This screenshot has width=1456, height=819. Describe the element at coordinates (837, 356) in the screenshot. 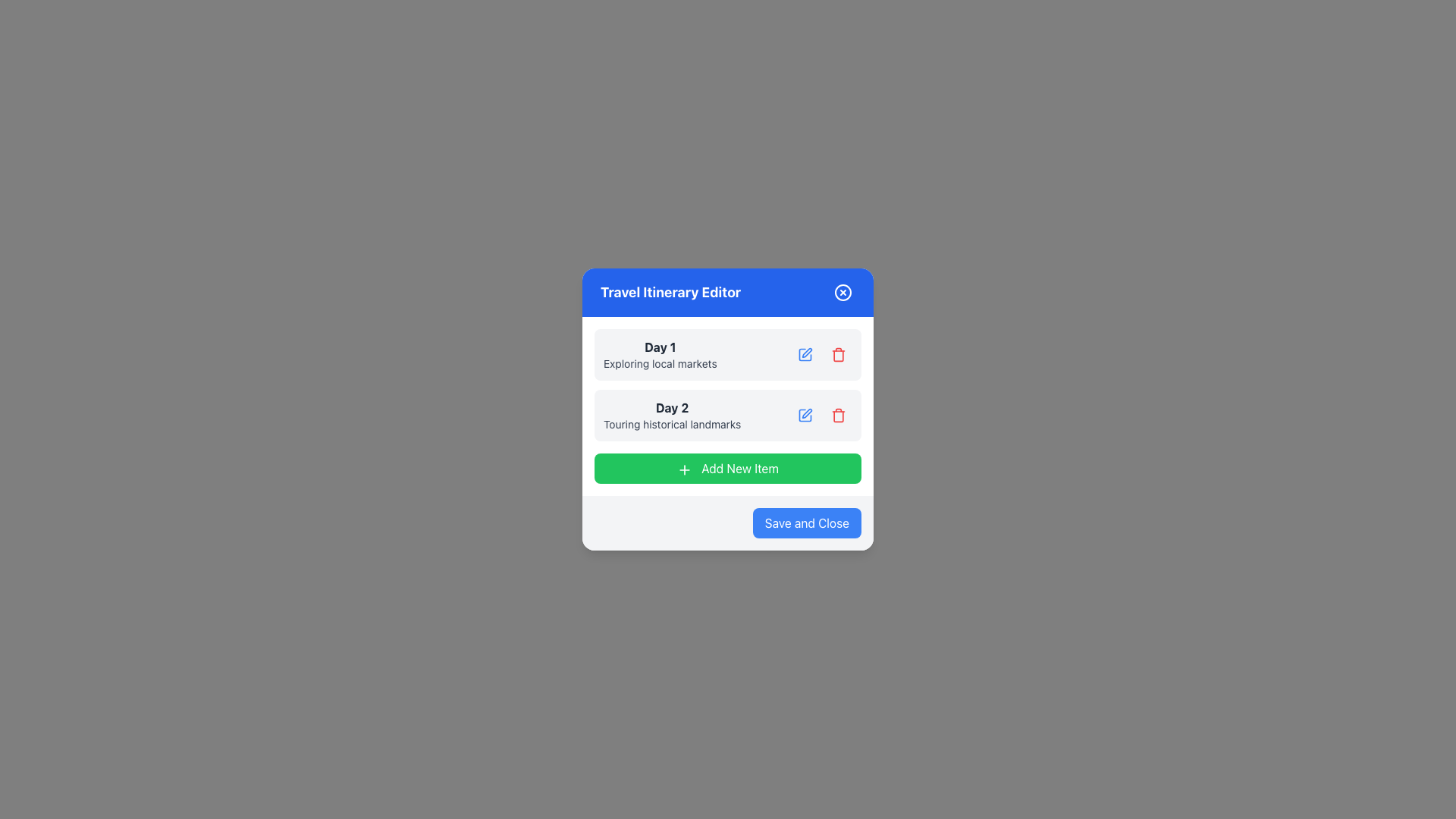

I see `the red trash can icon representing deletion functionality located to the far right of the row for 'Day 2: Touring historical landmarks'` at that location.